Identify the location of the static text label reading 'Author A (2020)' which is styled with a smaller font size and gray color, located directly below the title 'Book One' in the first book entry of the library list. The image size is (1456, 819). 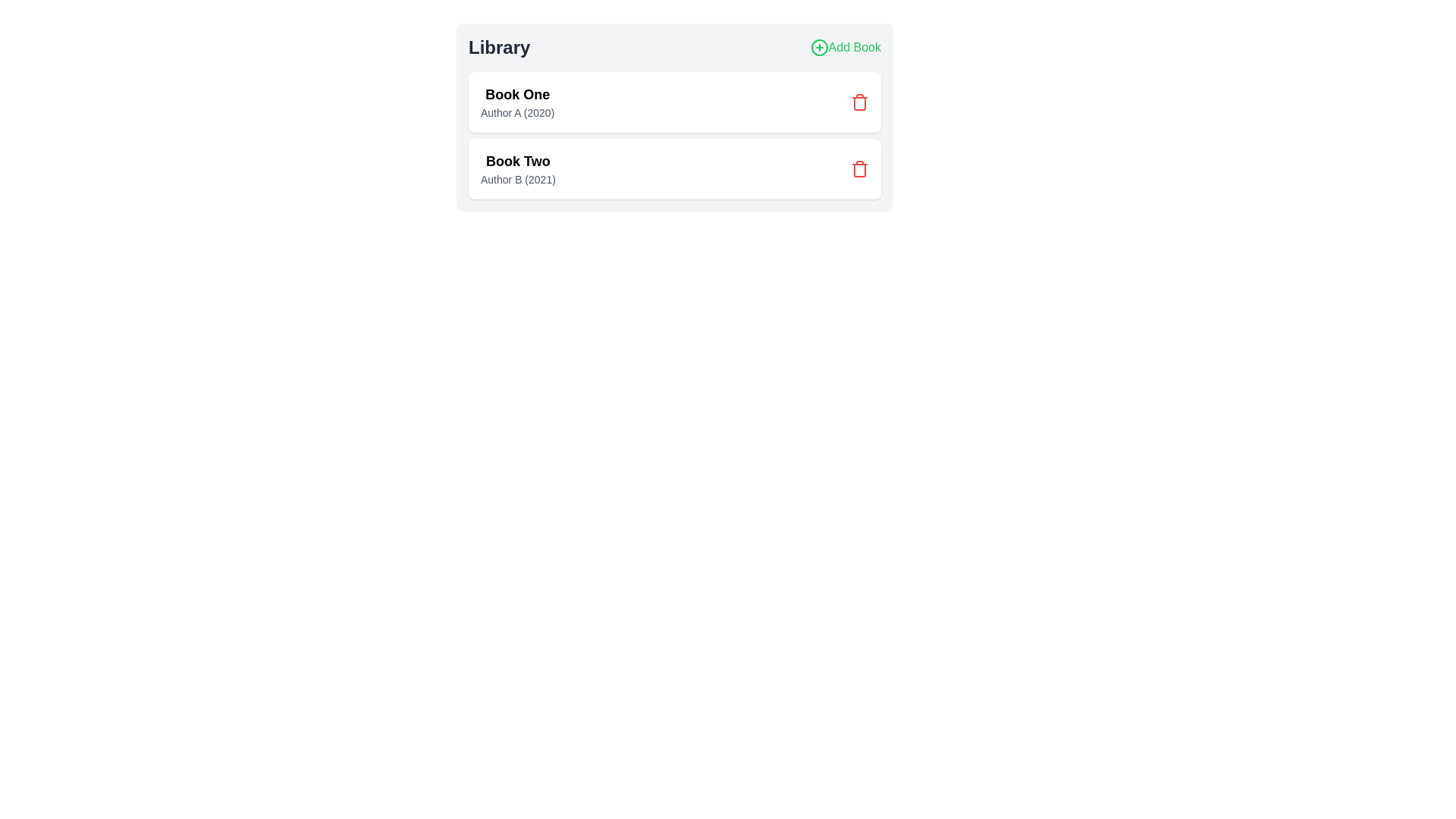
(517, 112).